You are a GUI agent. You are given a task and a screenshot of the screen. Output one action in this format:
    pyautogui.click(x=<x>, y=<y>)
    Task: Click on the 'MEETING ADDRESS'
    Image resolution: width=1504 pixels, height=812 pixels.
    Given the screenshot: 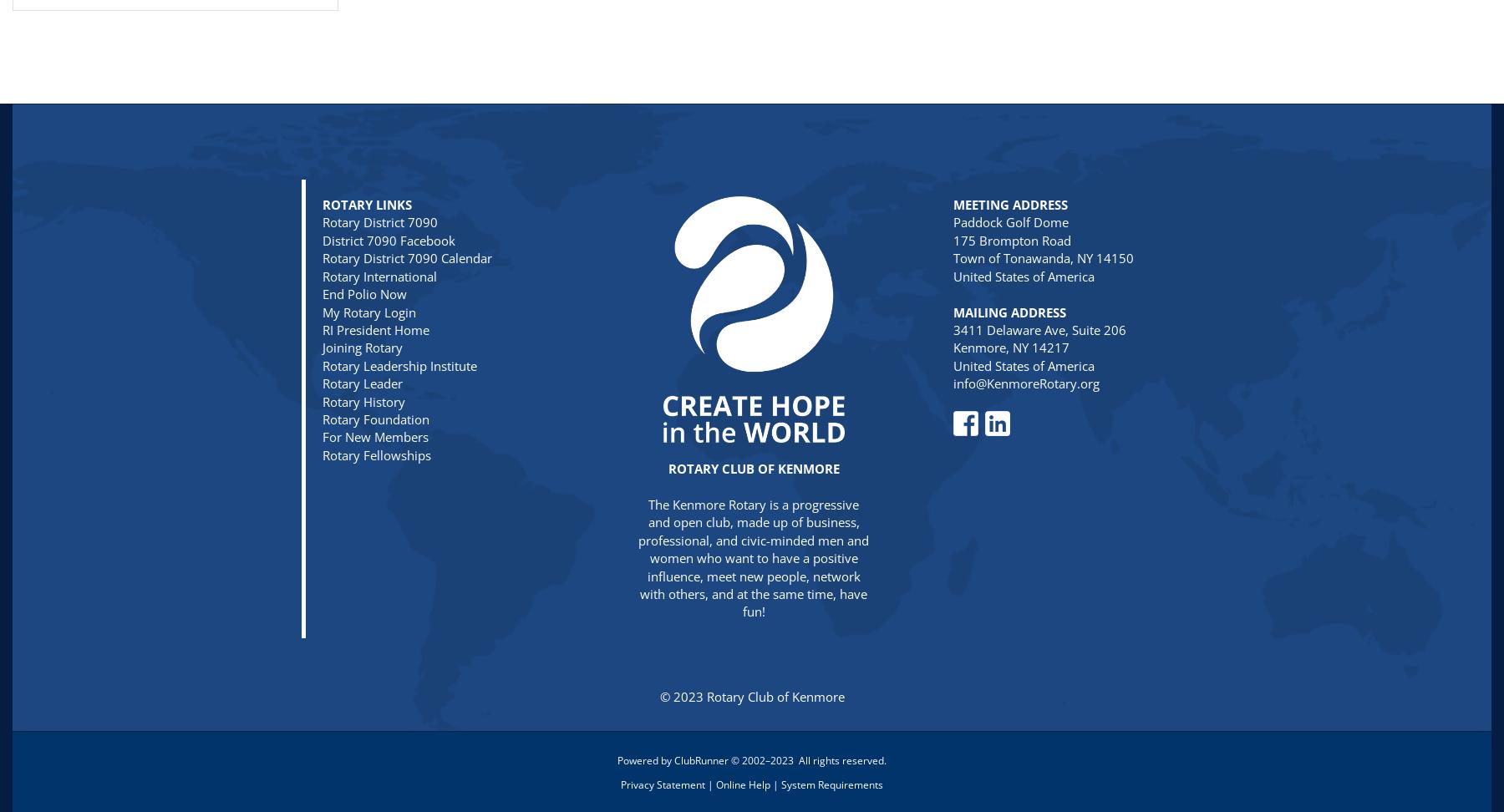 What is the action you would take?
    pyautogui.click(x=1009, y=205)
    